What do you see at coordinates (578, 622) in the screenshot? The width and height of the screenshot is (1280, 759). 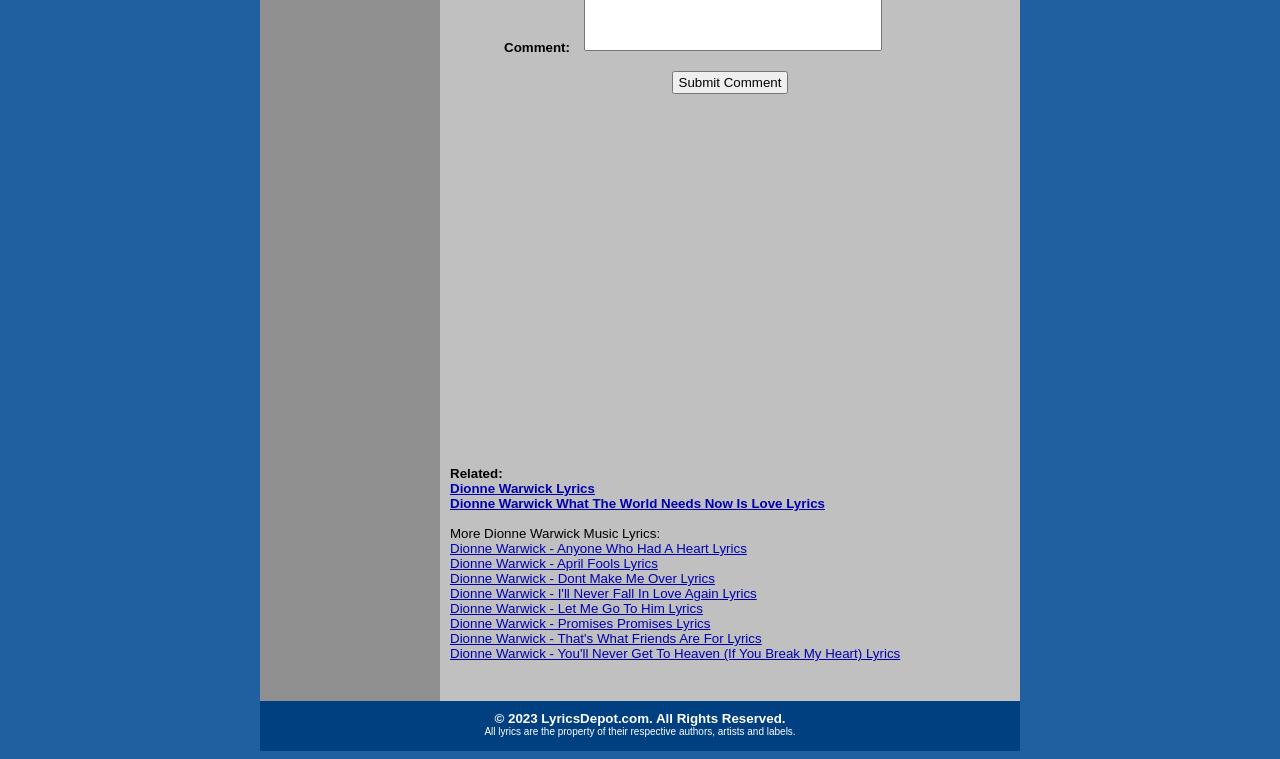 I see `'Dionne Warwick - Promises Promises Lyrics'` at bounding box center [578, 622].